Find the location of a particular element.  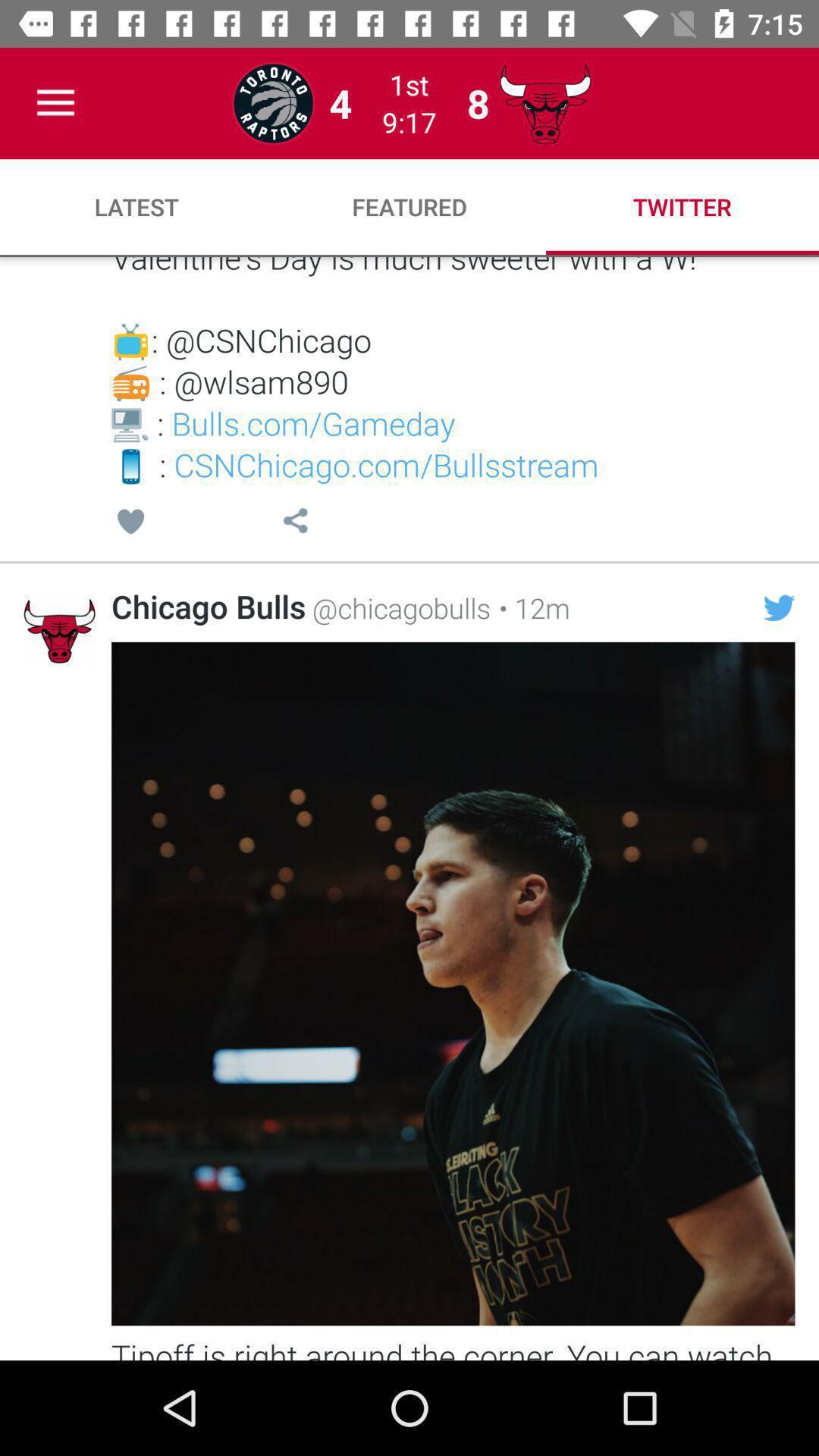

icon above the chicago bulls icon is located at coordinates (130, 523).